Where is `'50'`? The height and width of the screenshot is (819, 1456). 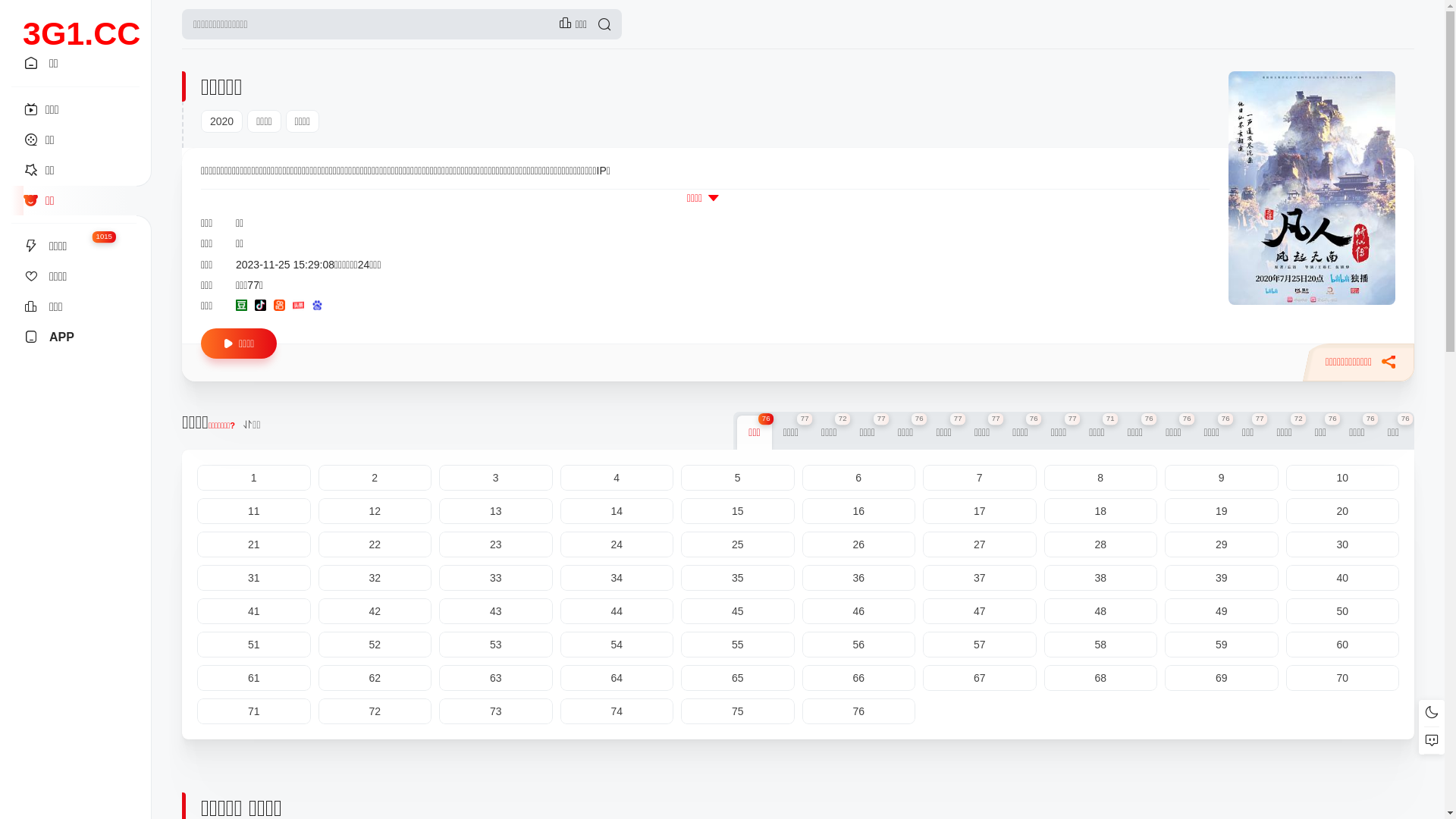 '50' is located at coordinates (1285, 610).